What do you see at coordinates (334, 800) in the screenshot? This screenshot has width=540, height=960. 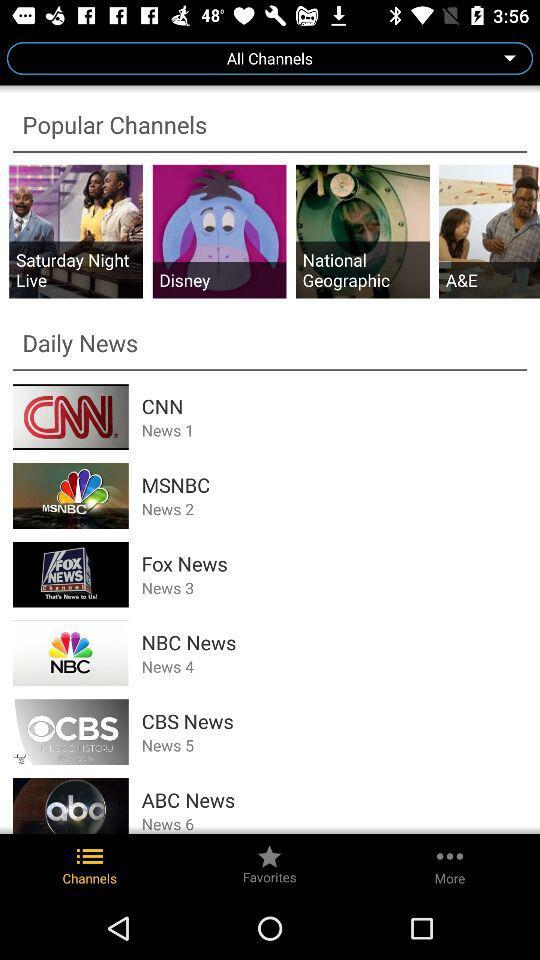 I see `the abc news app` at bounding box center [334, 800].